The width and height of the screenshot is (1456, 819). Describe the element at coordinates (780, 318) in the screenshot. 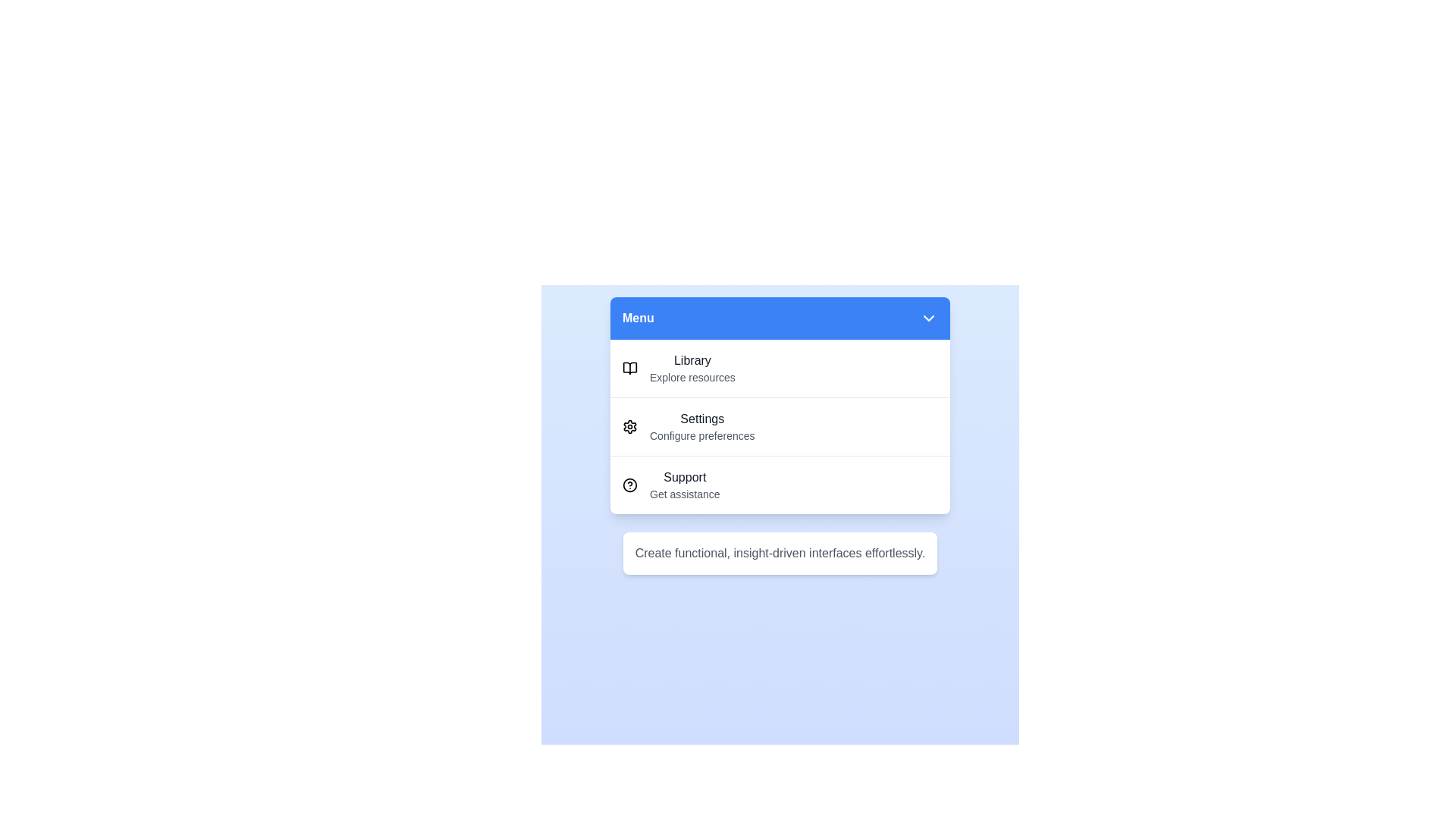

I see `the menu toggle button to toggle the menu open or closed` at that location.